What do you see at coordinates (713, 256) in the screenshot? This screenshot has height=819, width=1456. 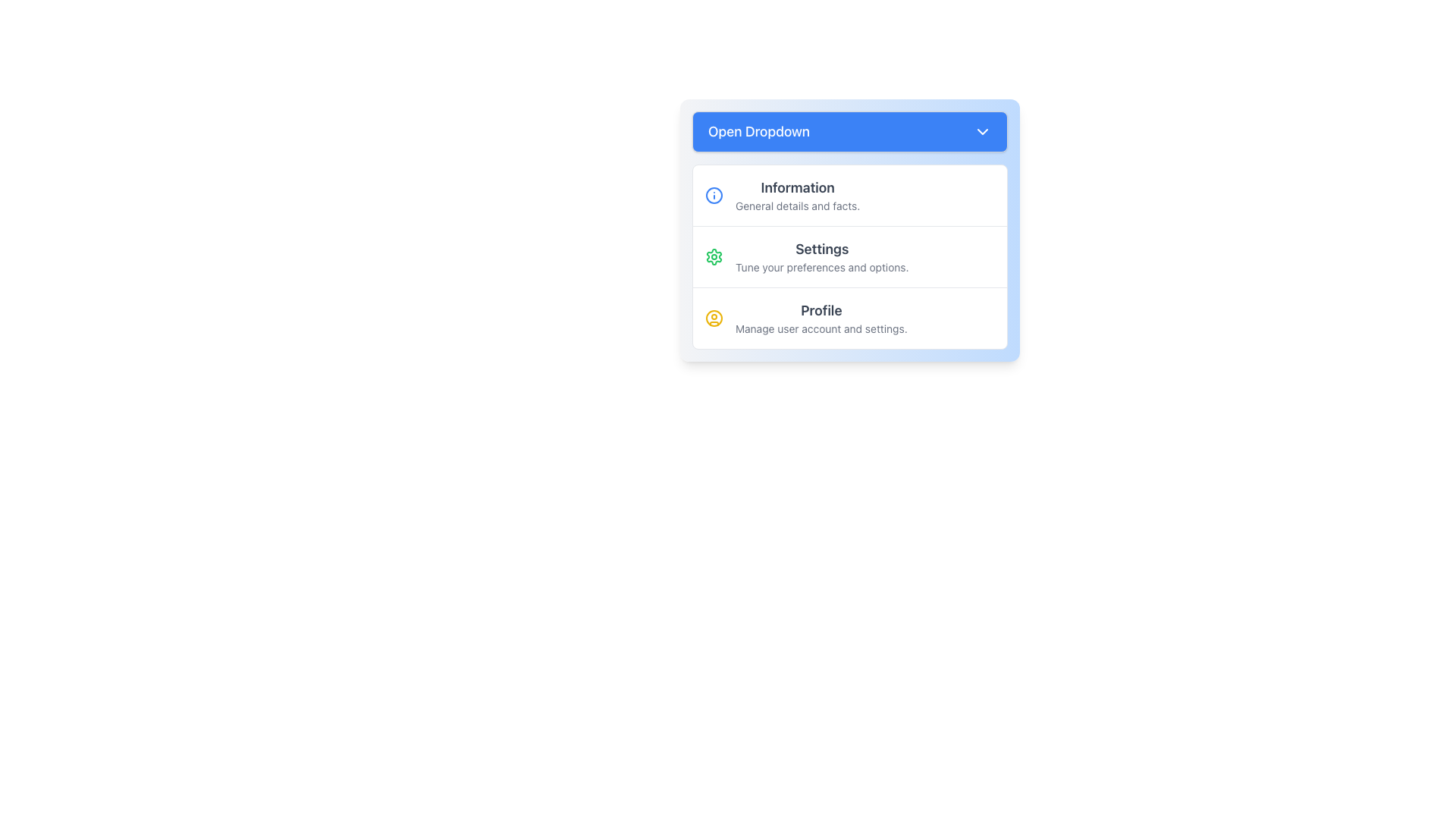 I see `the Settings icon in the dropdown menu, which is located in the second row and positioned to the left of the 'Settings' label` at bounding box center [713, 256].